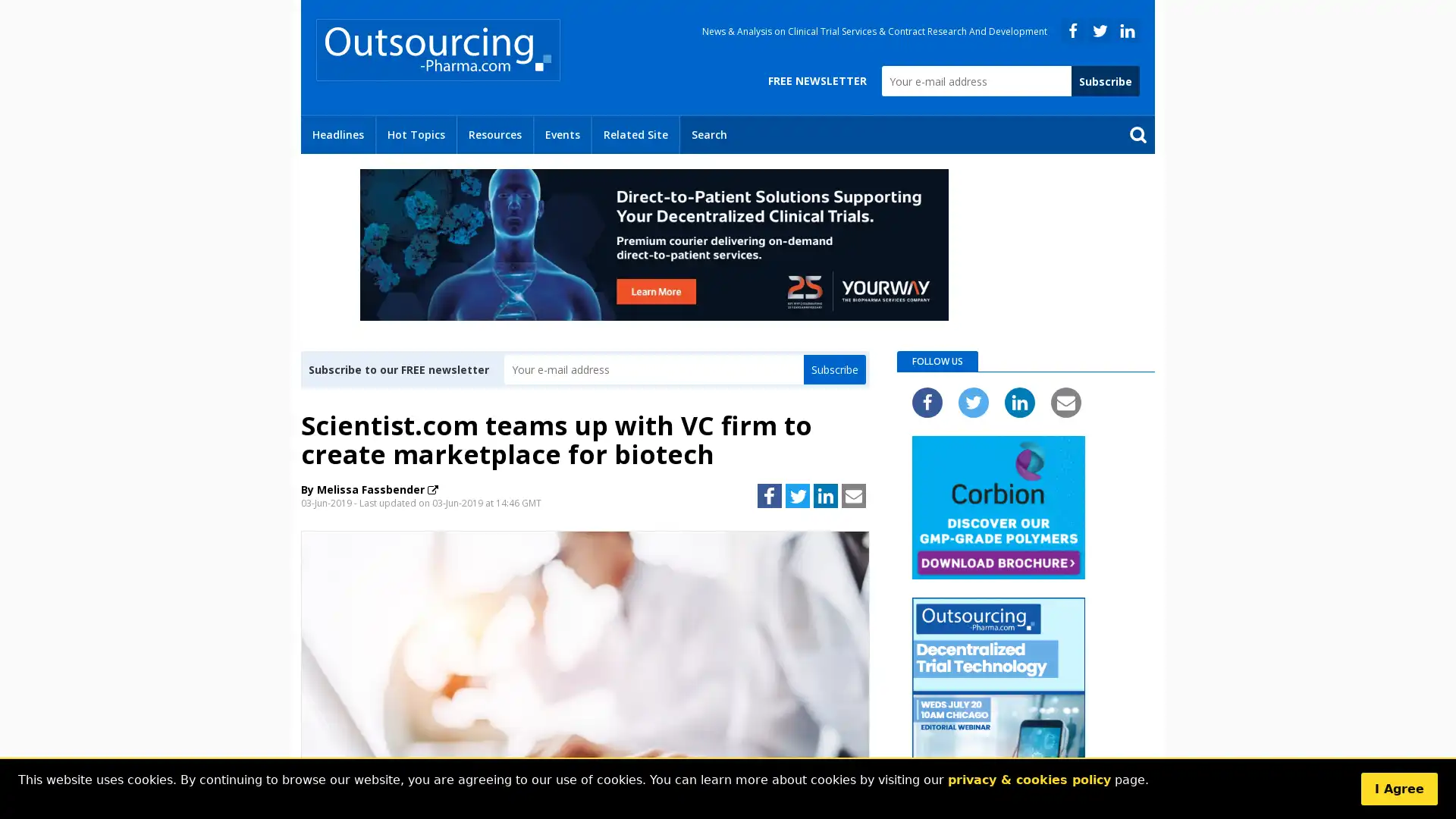  I want to click on Subscribe, so click(1106, 81).